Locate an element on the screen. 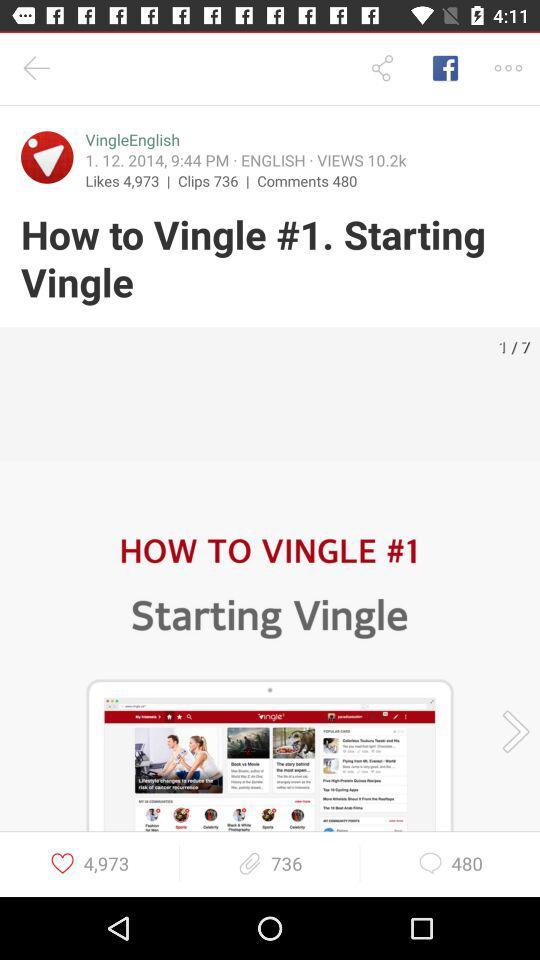  the item above the 1 12 2014 item is located at coordinates (132, 139).